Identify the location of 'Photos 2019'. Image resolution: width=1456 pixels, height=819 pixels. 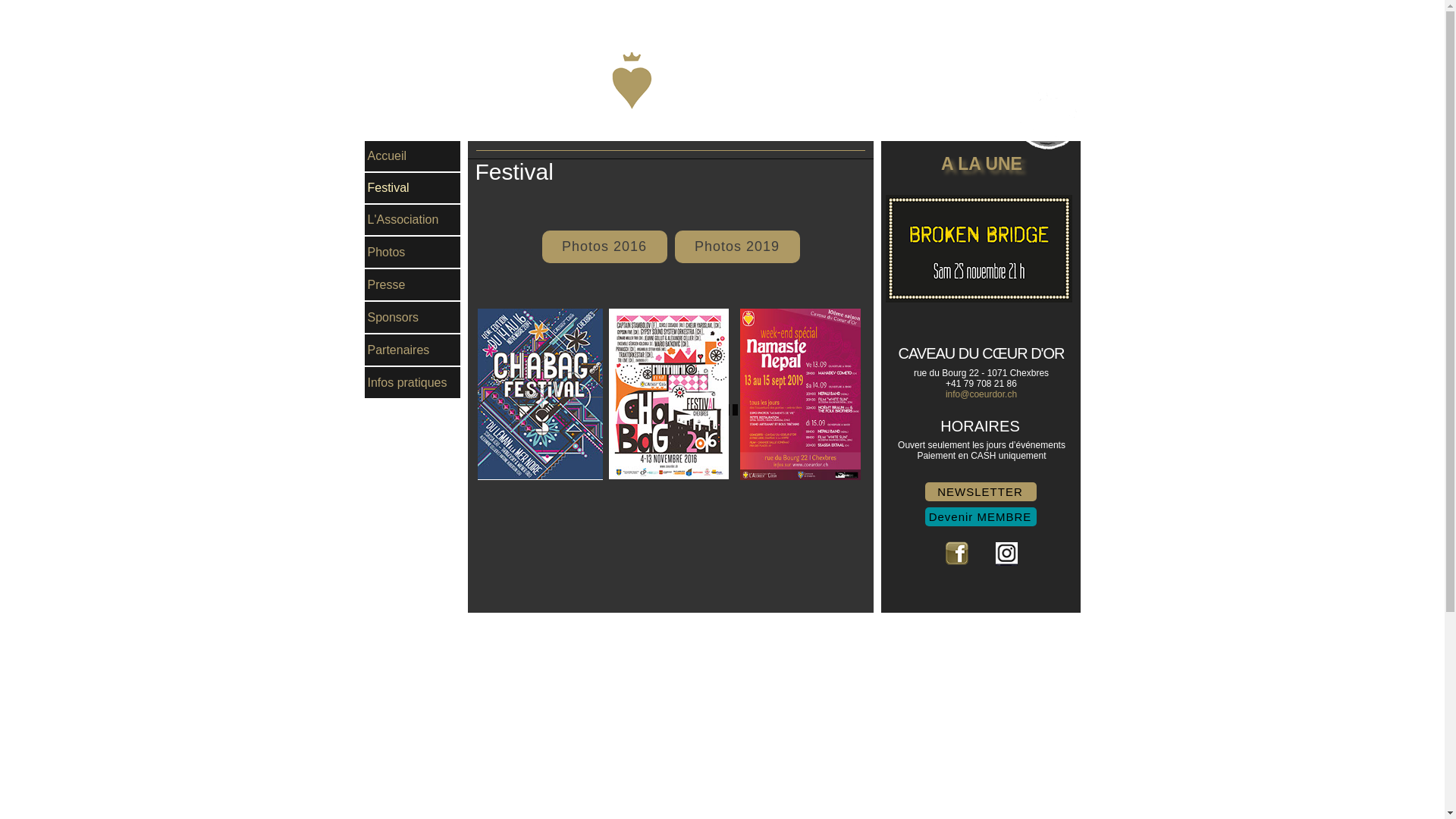
(737, 246).